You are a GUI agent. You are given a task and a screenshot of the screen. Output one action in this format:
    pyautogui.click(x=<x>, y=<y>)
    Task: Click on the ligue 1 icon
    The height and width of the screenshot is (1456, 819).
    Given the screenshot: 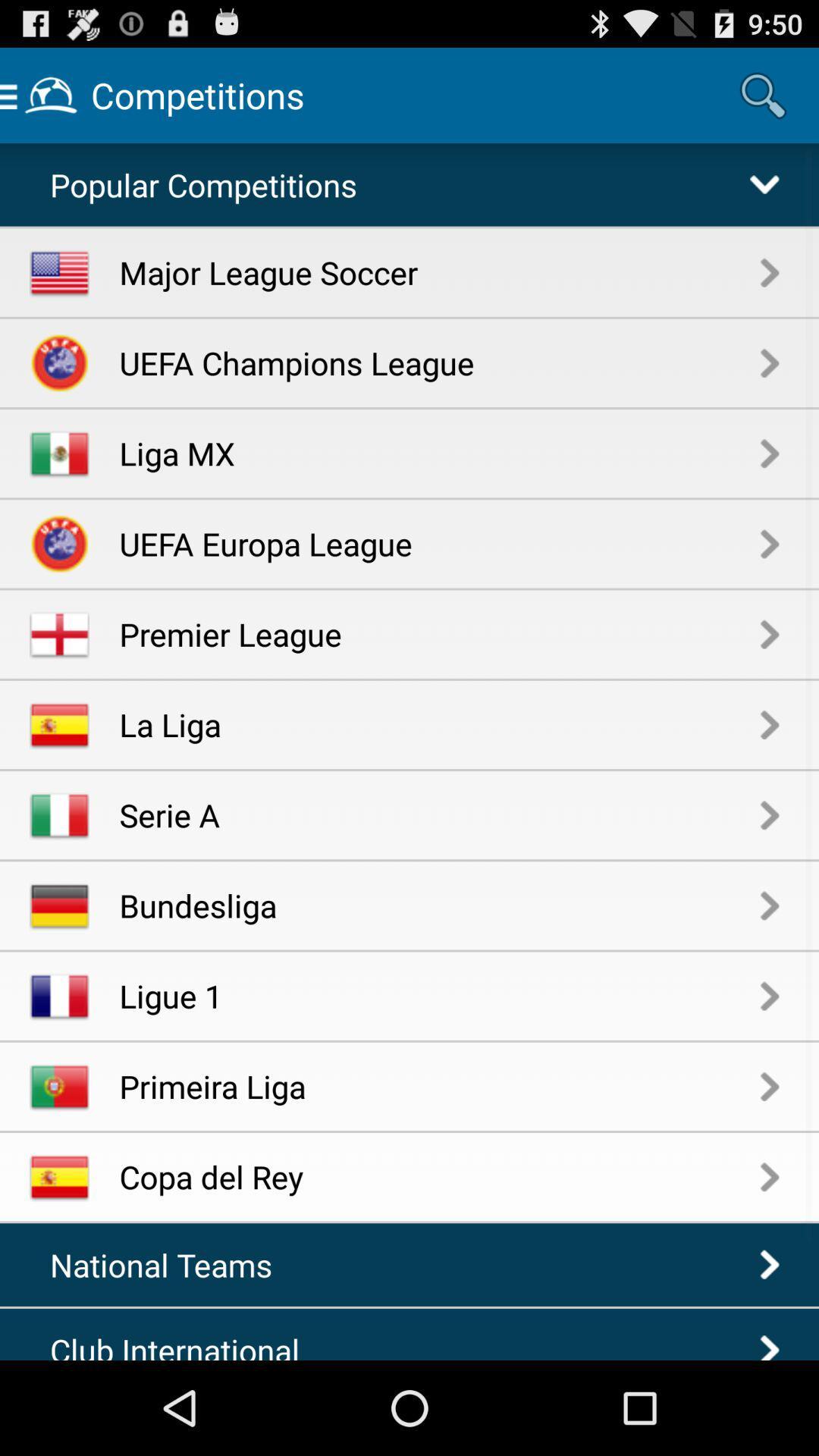 What is the action you would take?
    pyautogui.click(x=440, y=996)
    